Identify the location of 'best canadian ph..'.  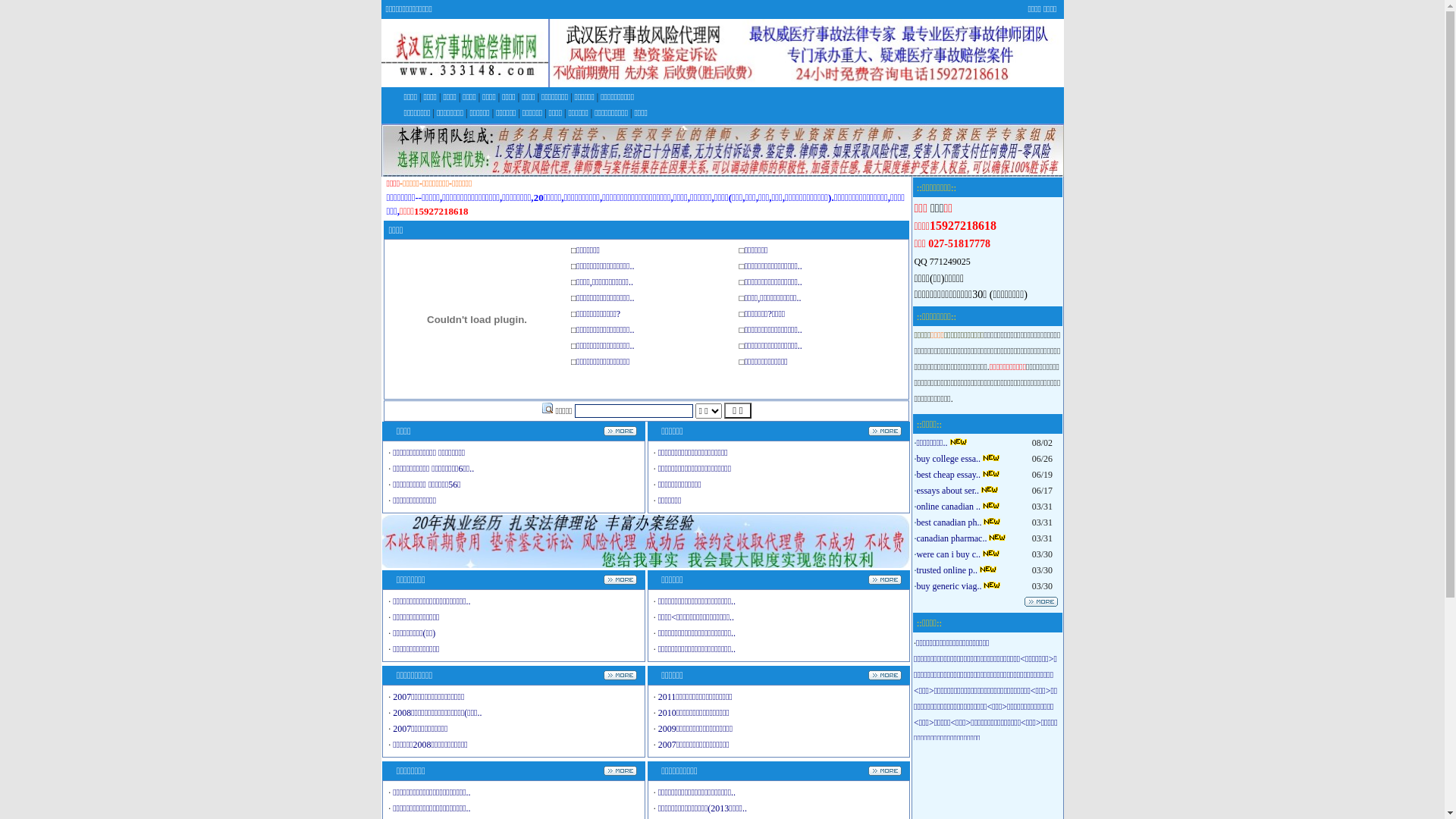
(948, 522).